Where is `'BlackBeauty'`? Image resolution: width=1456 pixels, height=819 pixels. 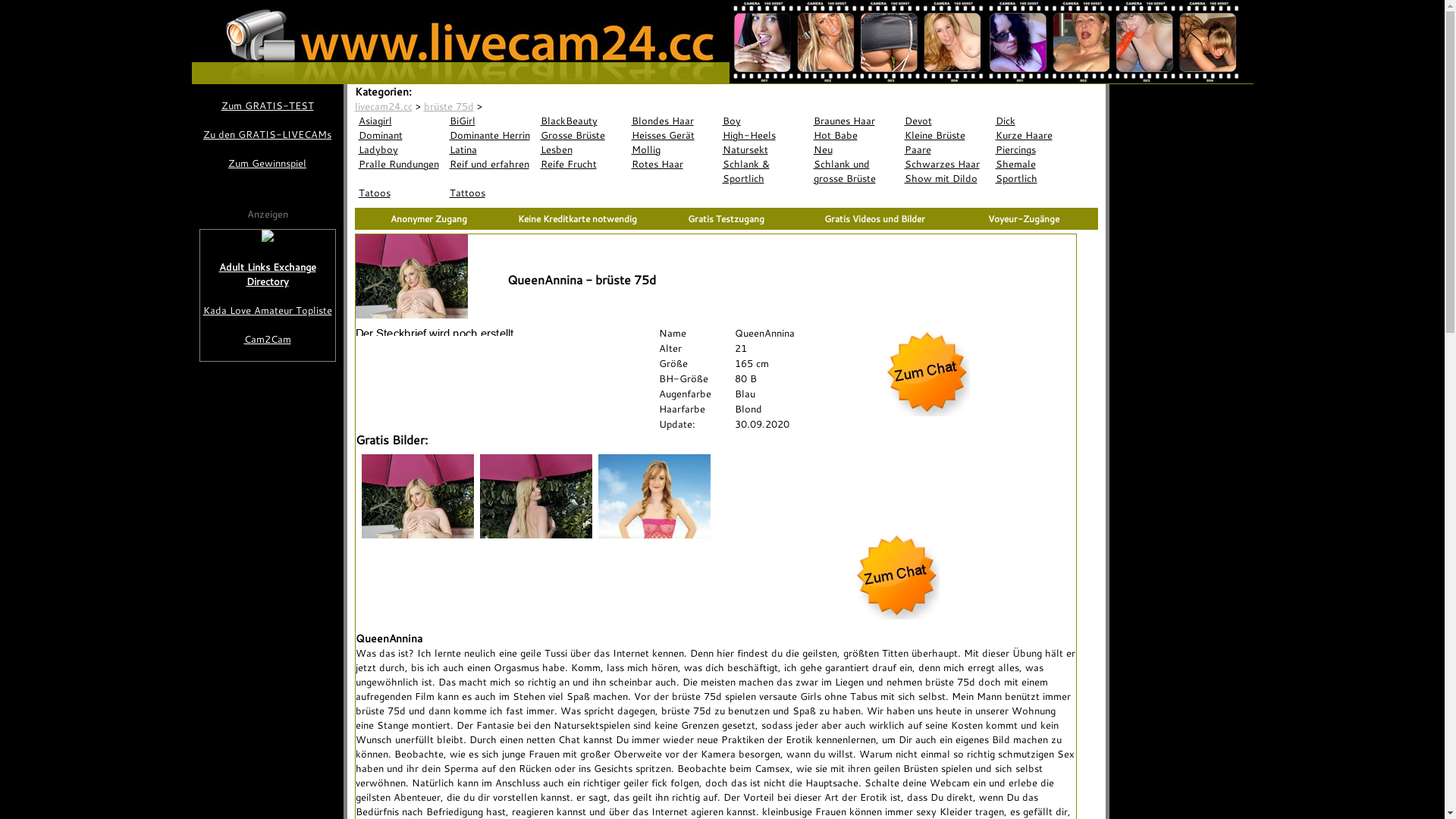
'BlackBeauty' is located at coordinates (582, 120).